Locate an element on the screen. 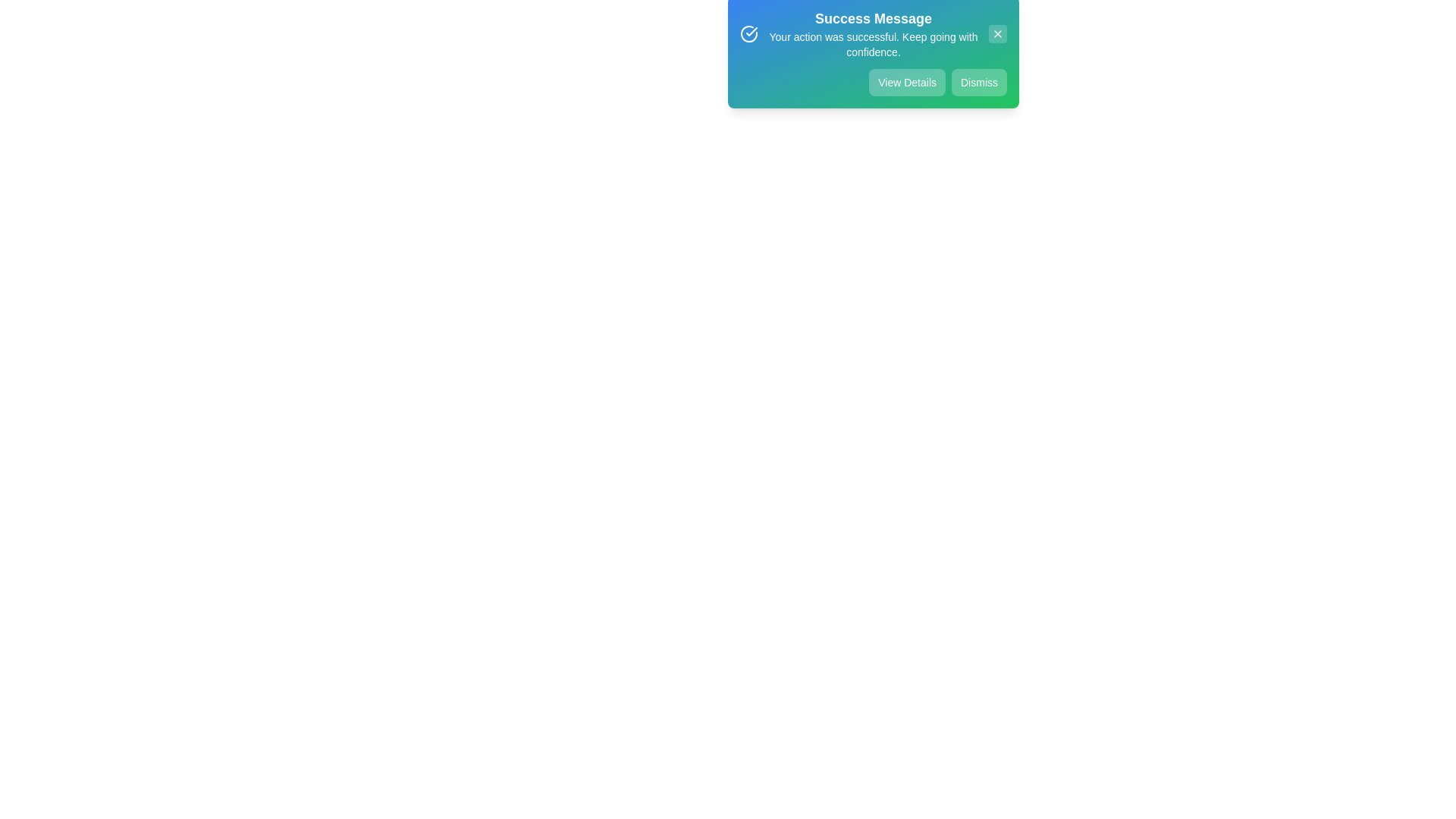  the center of the success message text area to simulate interaction is located at coordinates (874, 42).